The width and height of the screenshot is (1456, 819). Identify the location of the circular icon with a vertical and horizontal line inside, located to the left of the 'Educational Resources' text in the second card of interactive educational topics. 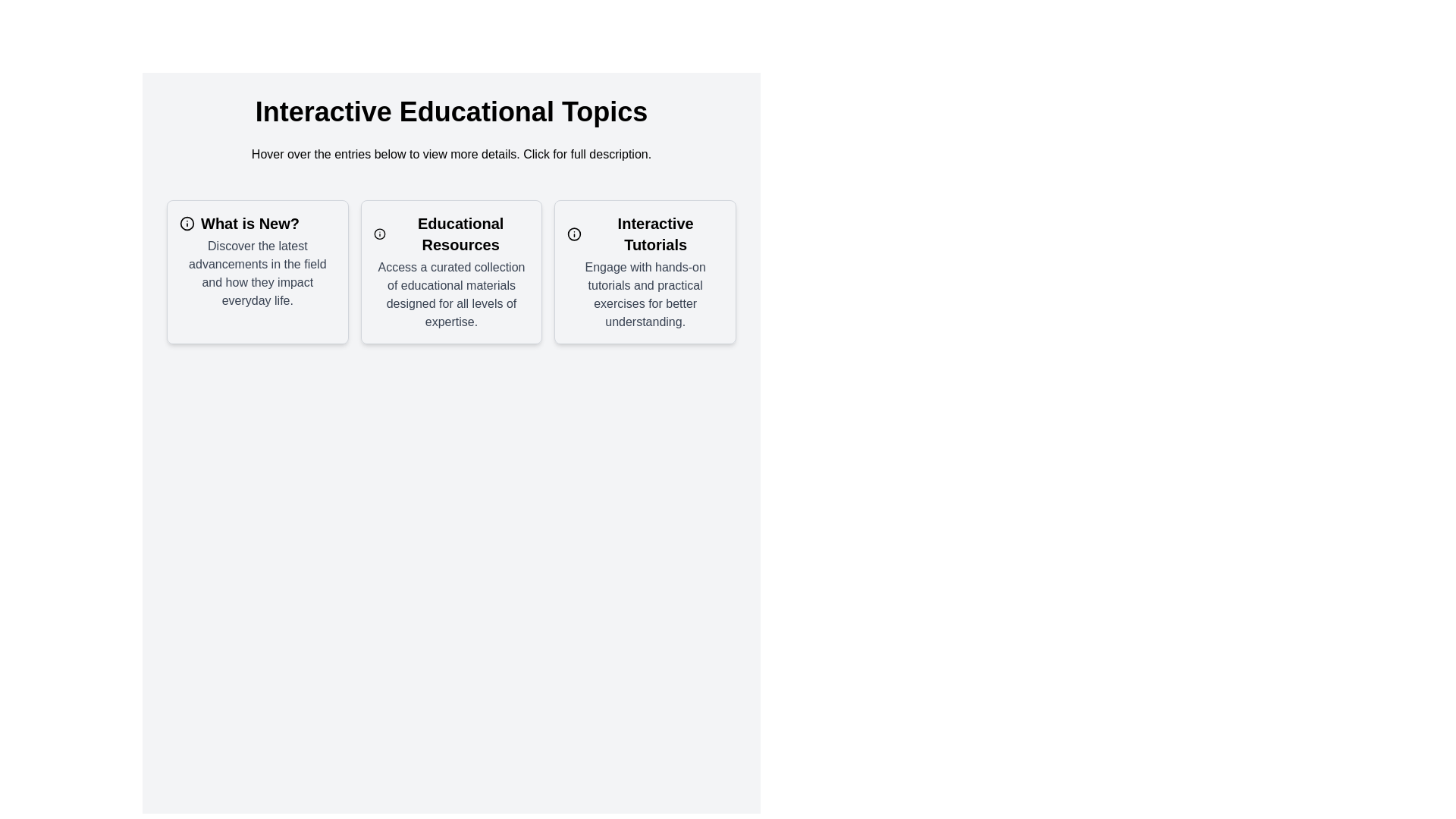
(379, 234).